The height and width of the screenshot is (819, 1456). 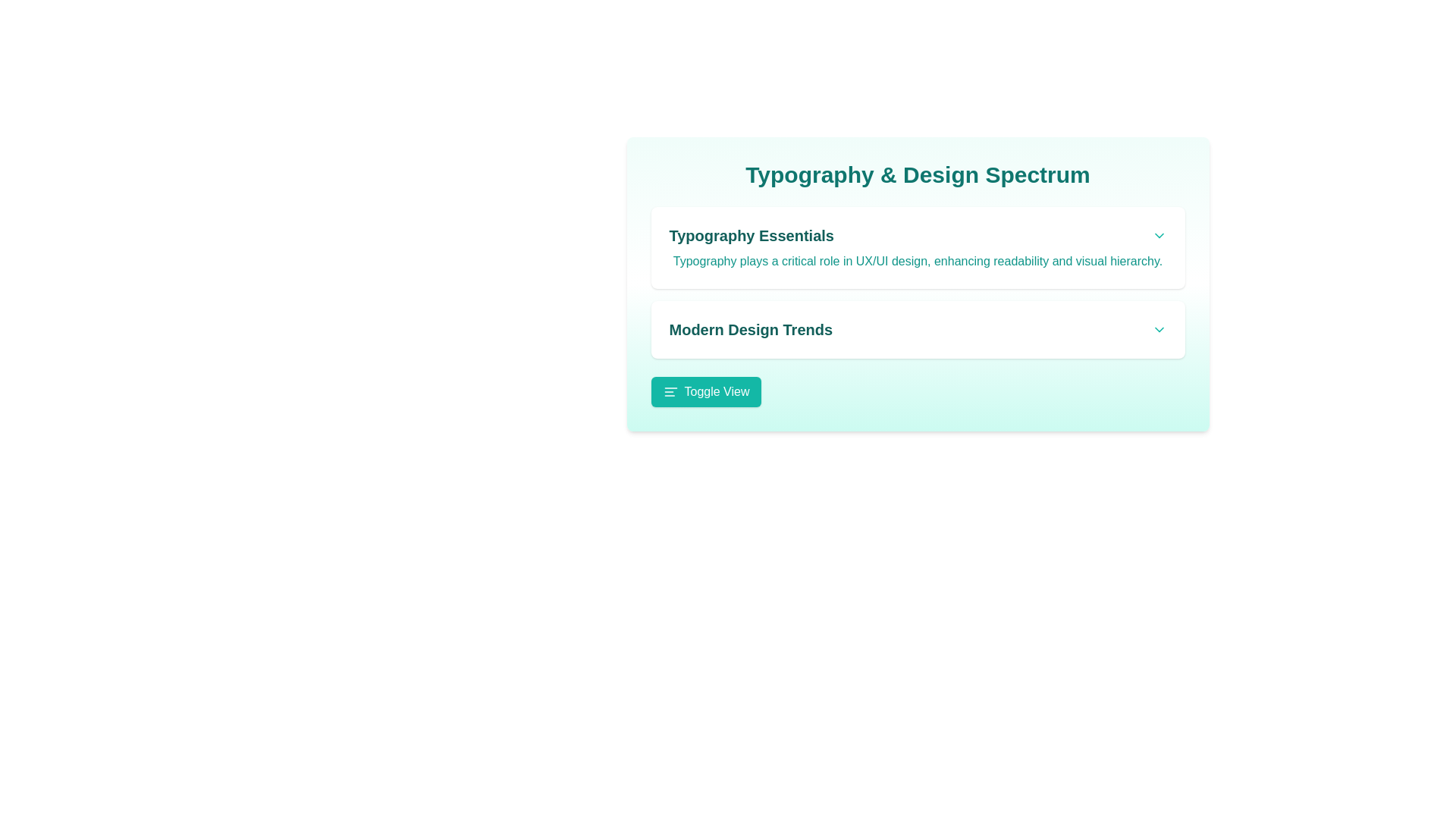 I want to click on the informational card titled 'Typography Essentials', which provides details about typography's importance in UX/UI design, so click(x=917, y=247).